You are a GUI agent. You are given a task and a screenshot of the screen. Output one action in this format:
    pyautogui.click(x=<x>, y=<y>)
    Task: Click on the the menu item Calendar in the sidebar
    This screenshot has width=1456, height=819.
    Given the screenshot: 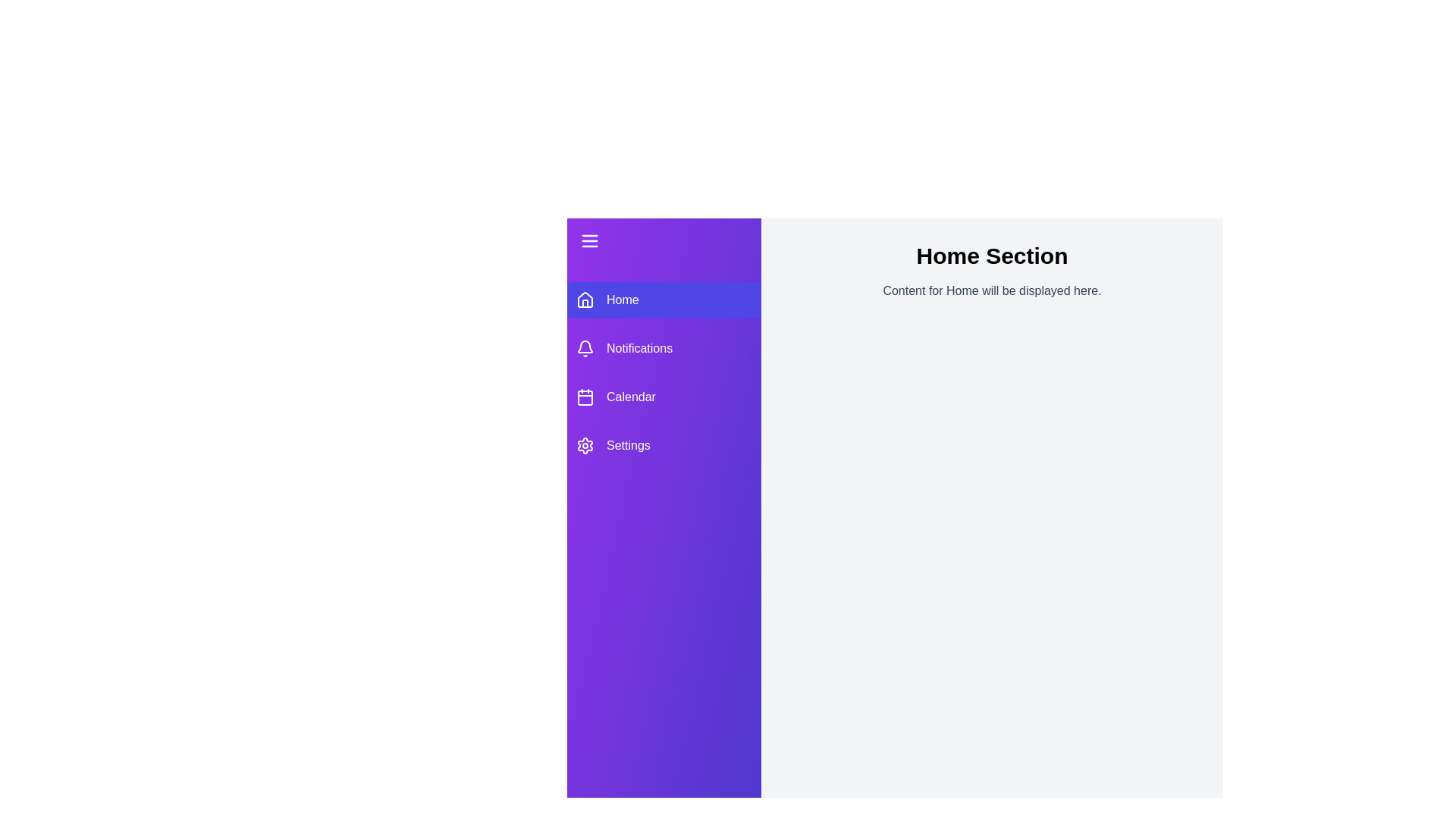 What is the action you would take?
    pyautogui.click(x=664, y=397)
    